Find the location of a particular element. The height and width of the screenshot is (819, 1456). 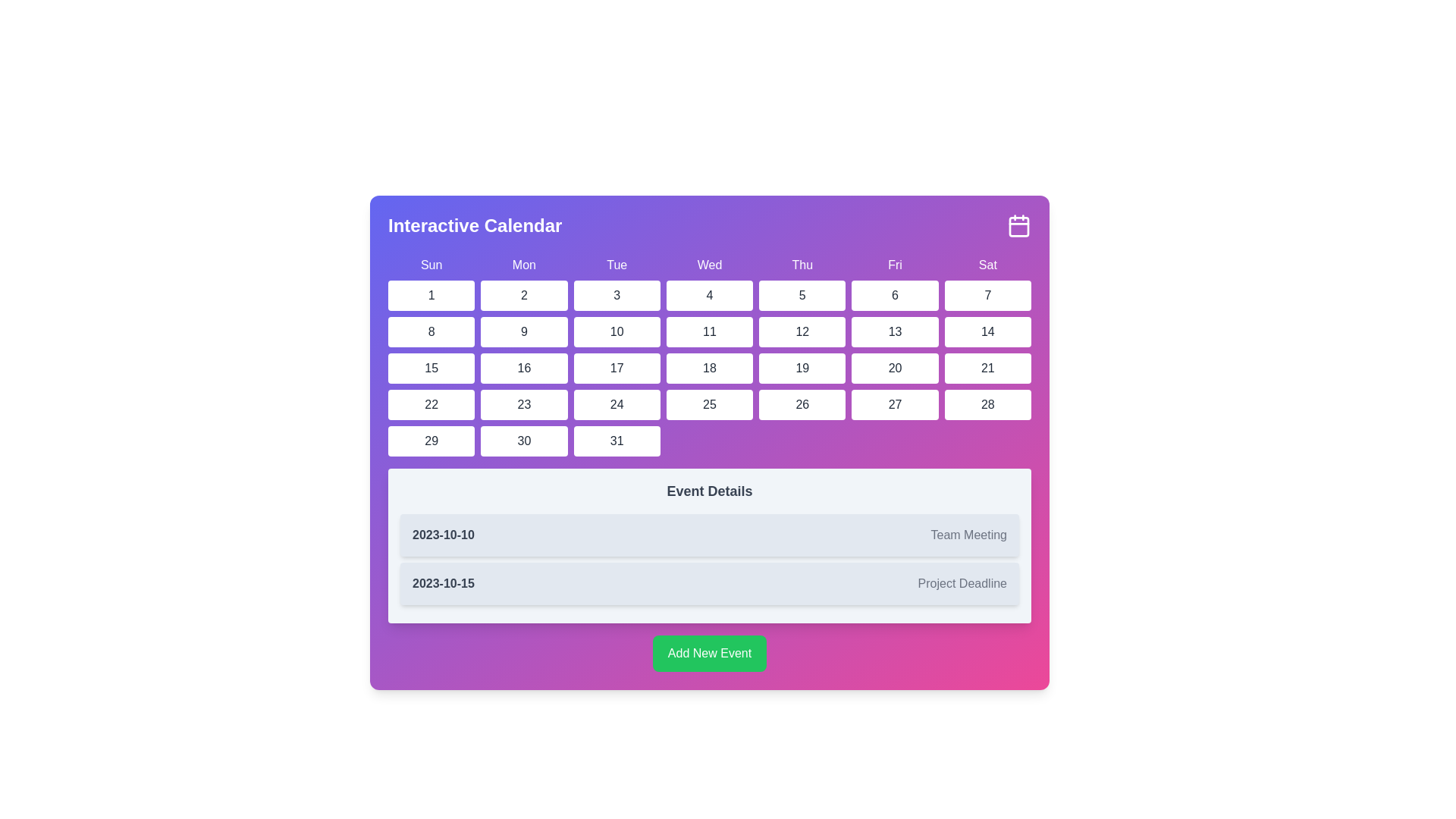

the rectangular button displaying the number '11' in dark gray text, located in the fourth column and second row of the calendar grid is located at coordinates (709, 331).